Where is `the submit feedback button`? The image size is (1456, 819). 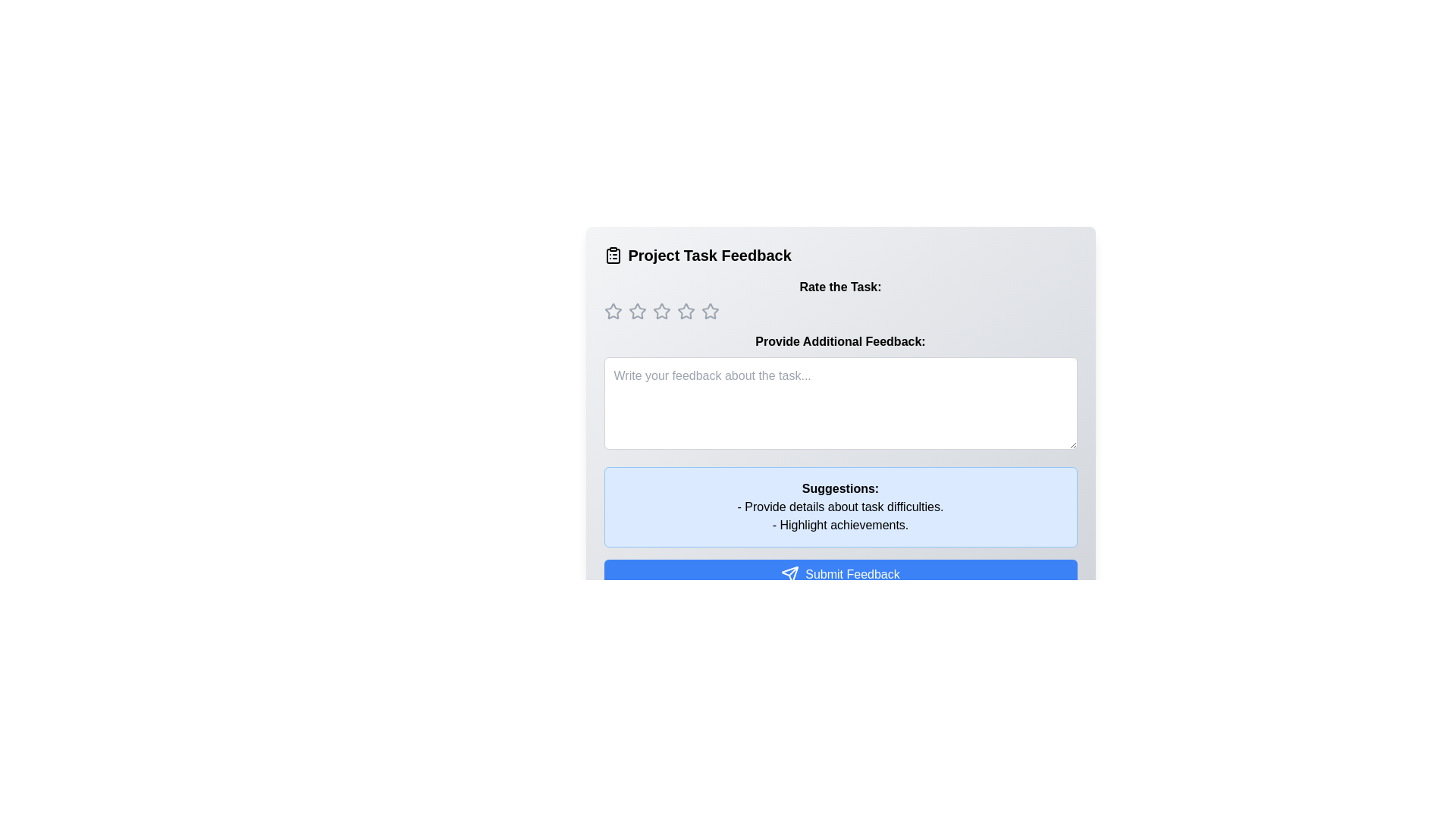
the submit feedback button is located at coordinates (839, 575).